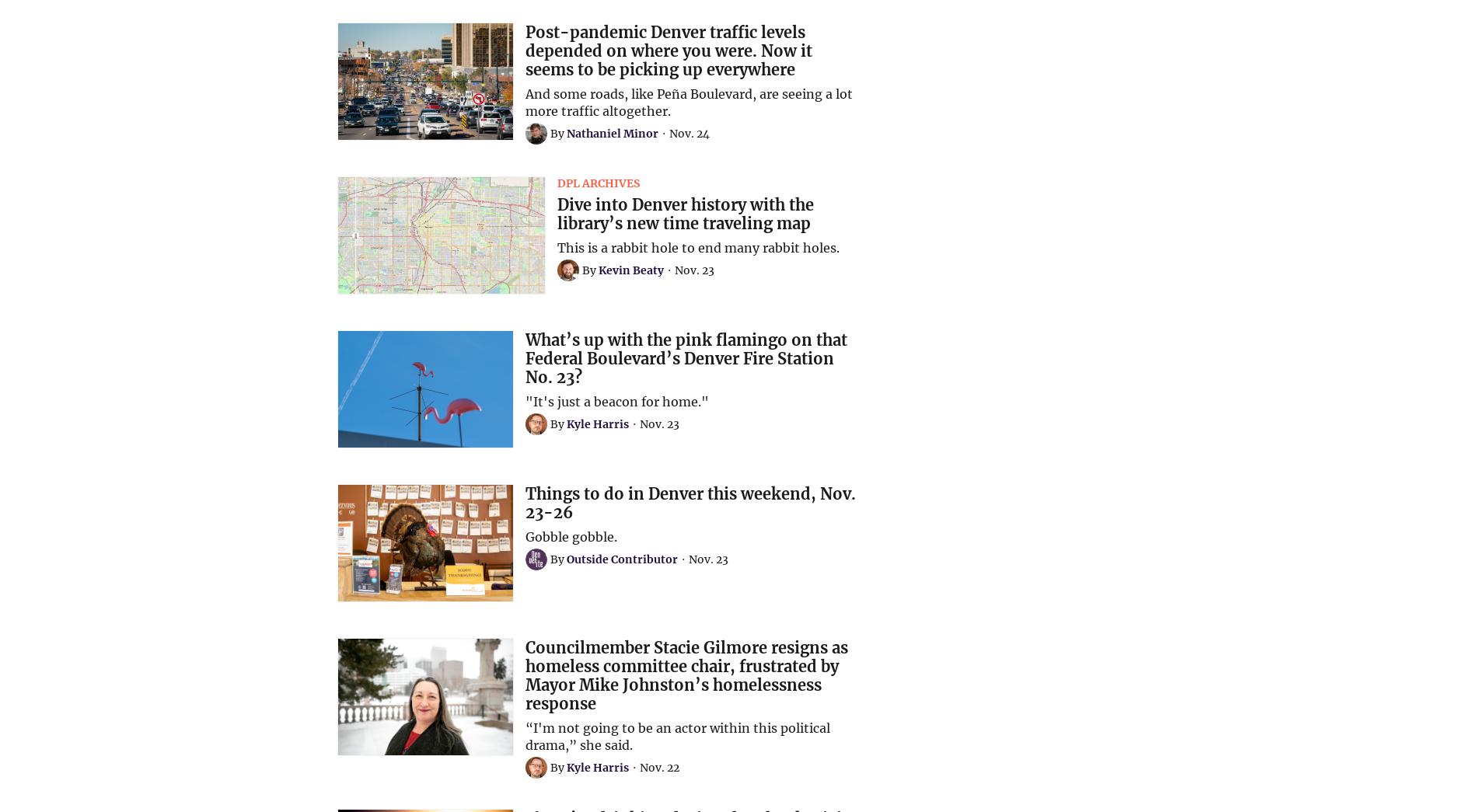 This screenshot has height=812, width=1477. What do you see at coordinates (570, 536) in the screenshot?
I see `'Gobble gobble.'` at bounding box center [570, 536].